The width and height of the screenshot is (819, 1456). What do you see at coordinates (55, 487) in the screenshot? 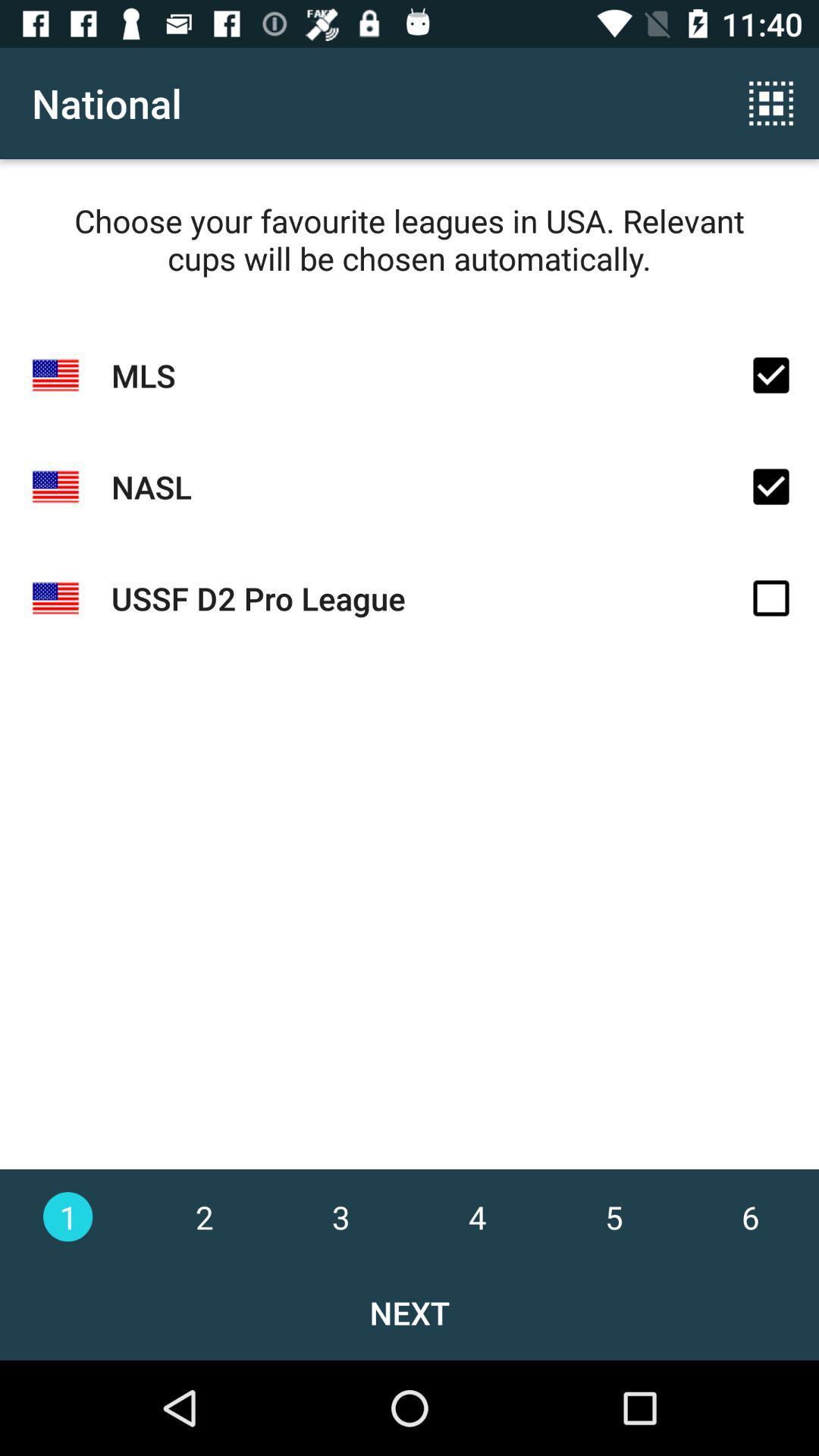
I see `the second flag icon from top` at bounding box center [55, 487].